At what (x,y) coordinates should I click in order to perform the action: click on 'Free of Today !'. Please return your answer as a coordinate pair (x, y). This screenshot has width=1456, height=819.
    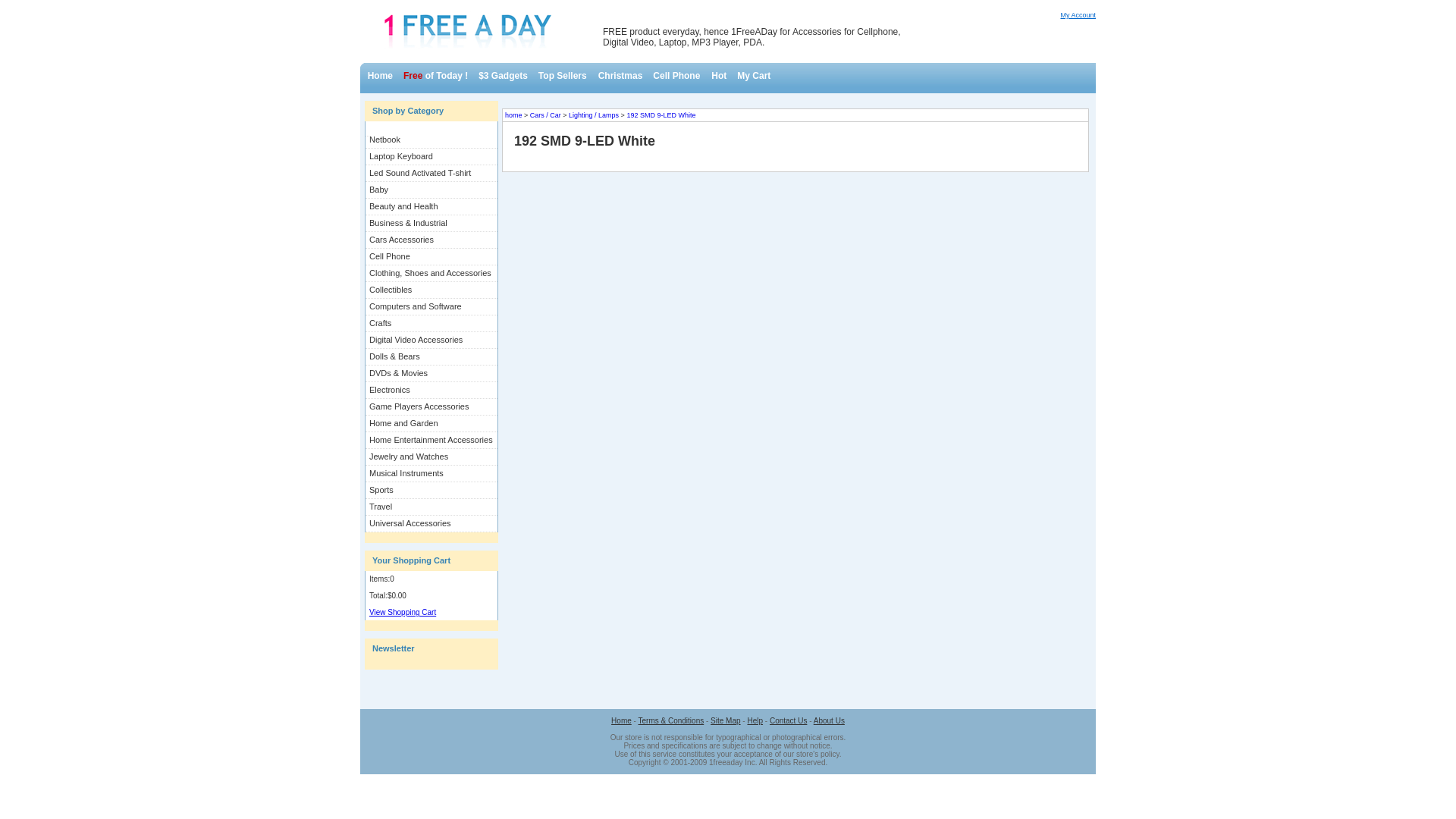
    Looking at the image, I should click on (435, 76).